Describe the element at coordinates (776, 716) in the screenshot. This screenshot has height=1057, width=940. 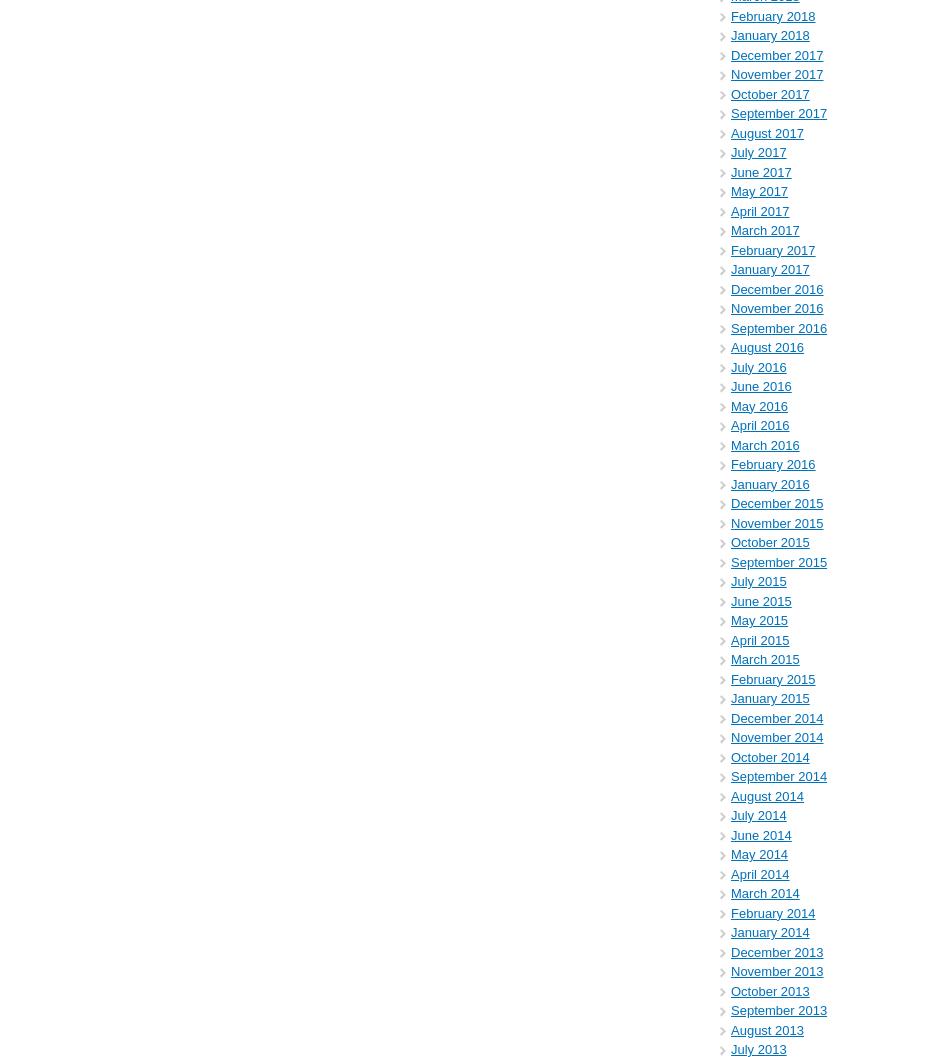
I see `'December 2014'` at that location.